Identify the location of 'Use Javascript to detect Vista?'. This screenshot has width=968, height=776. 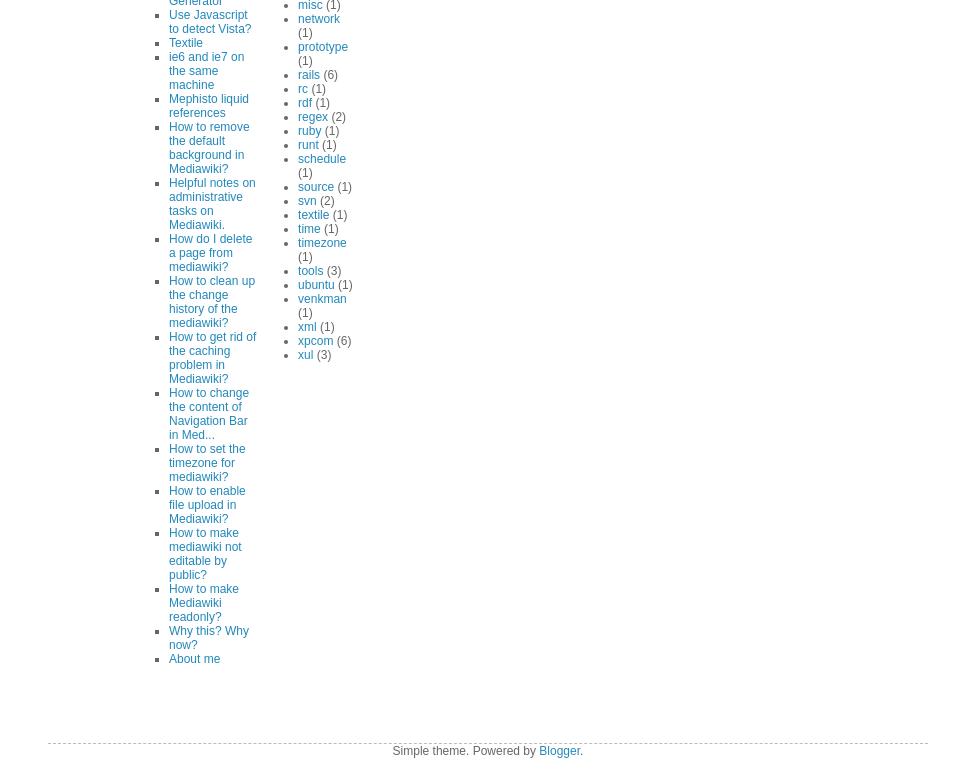
(169, 21).